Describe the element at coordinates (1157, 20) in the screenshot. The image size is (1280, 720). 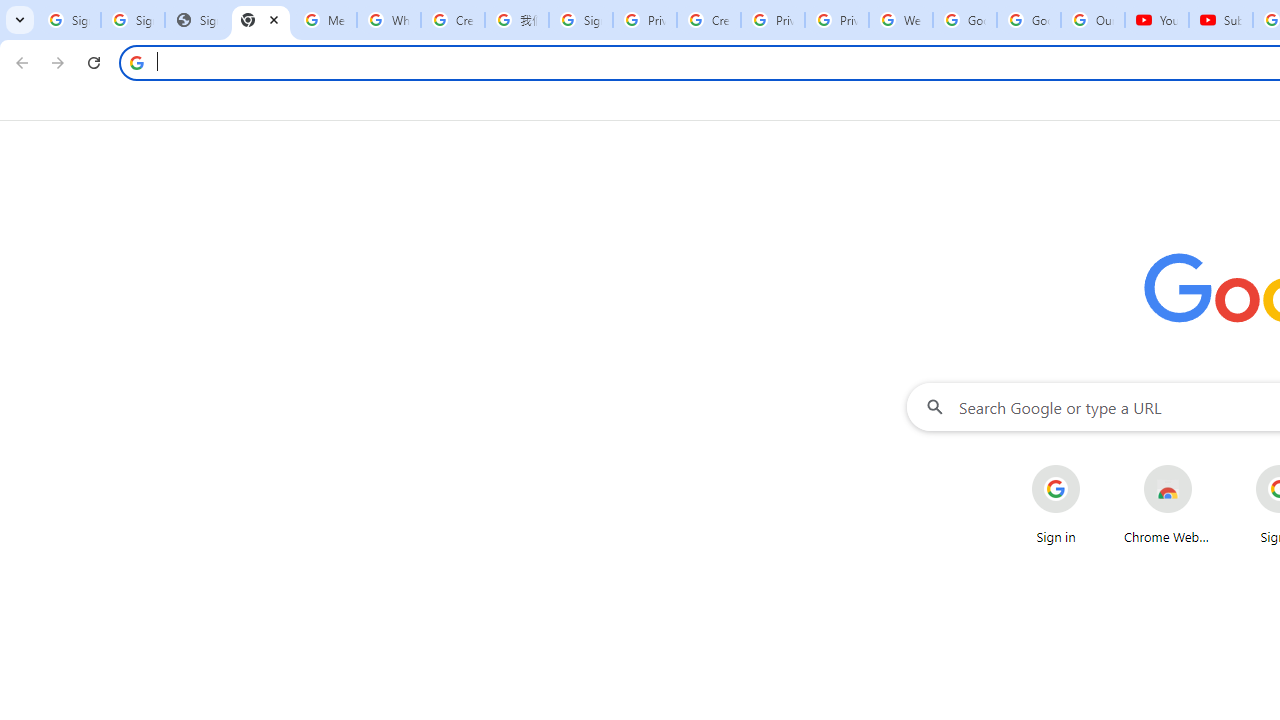
I see `'YouTube'` at that location.